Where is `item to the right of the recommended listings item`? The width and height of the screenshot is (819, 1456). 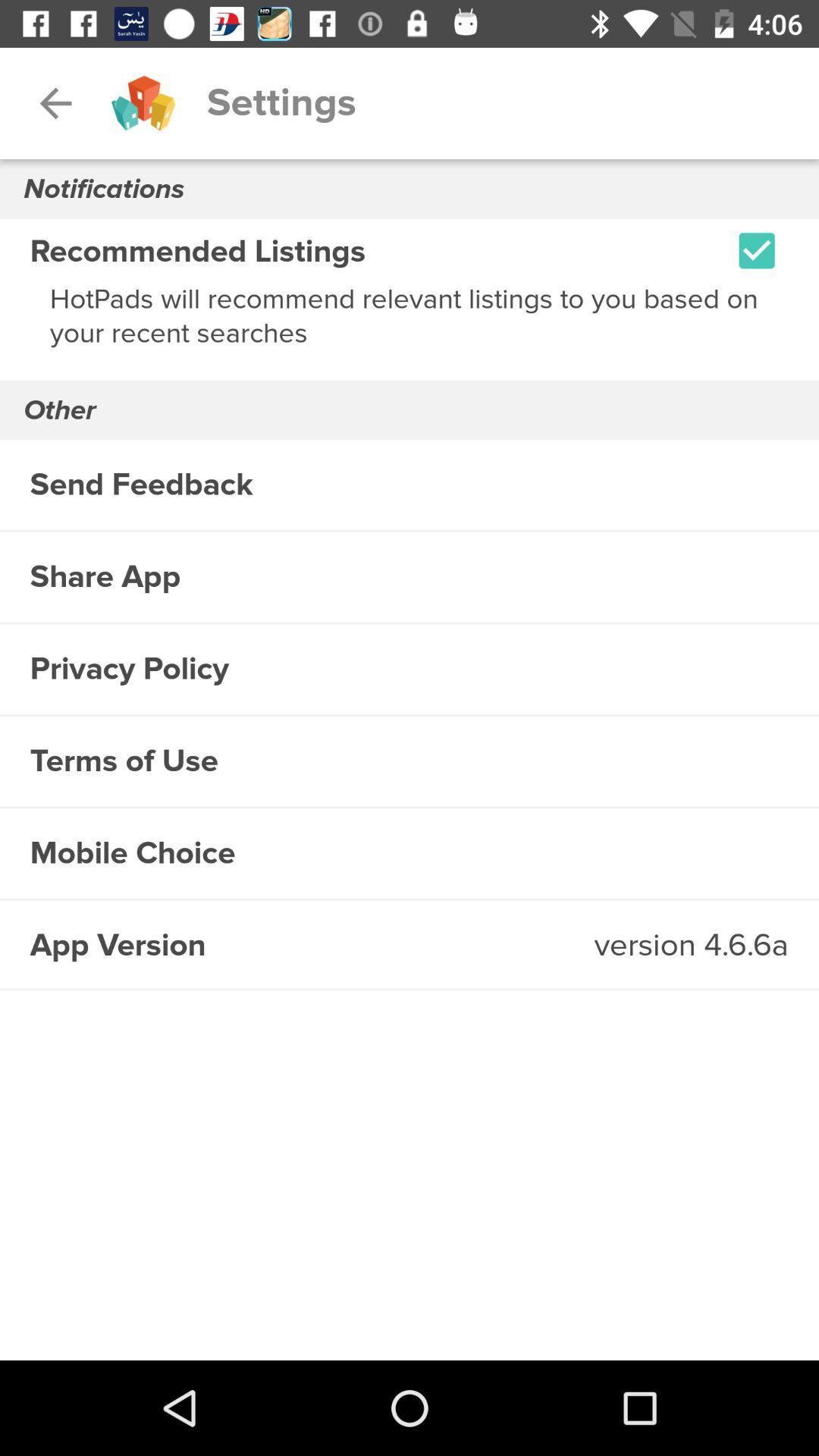 item to the right of the recommended listings item is located at coordinates (757, 250).